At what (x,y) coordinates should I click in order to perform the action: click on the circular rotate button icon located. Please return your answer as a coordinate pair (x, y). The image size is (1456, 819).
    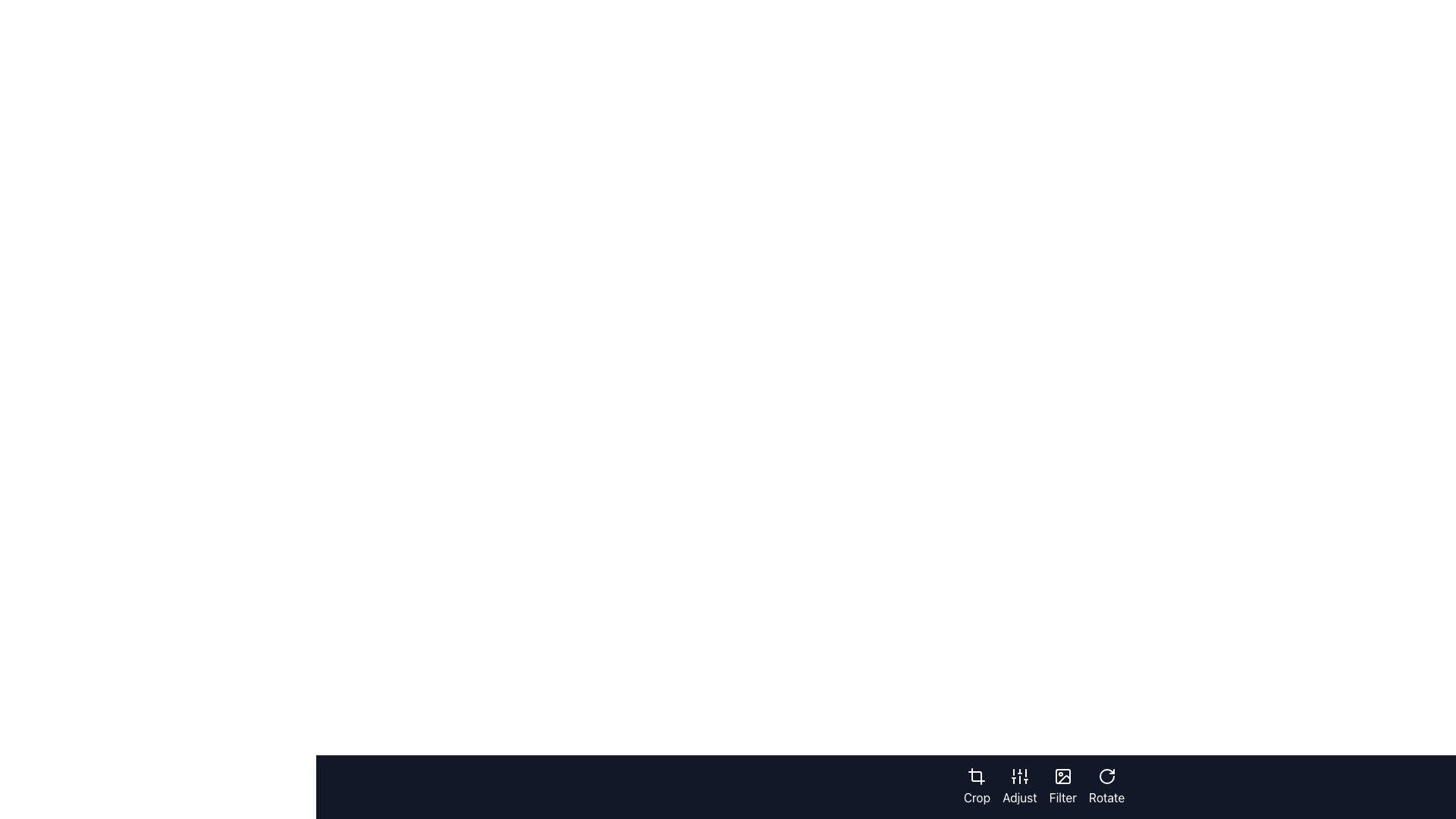
    Looking at the image, I should click on (1106, 776).